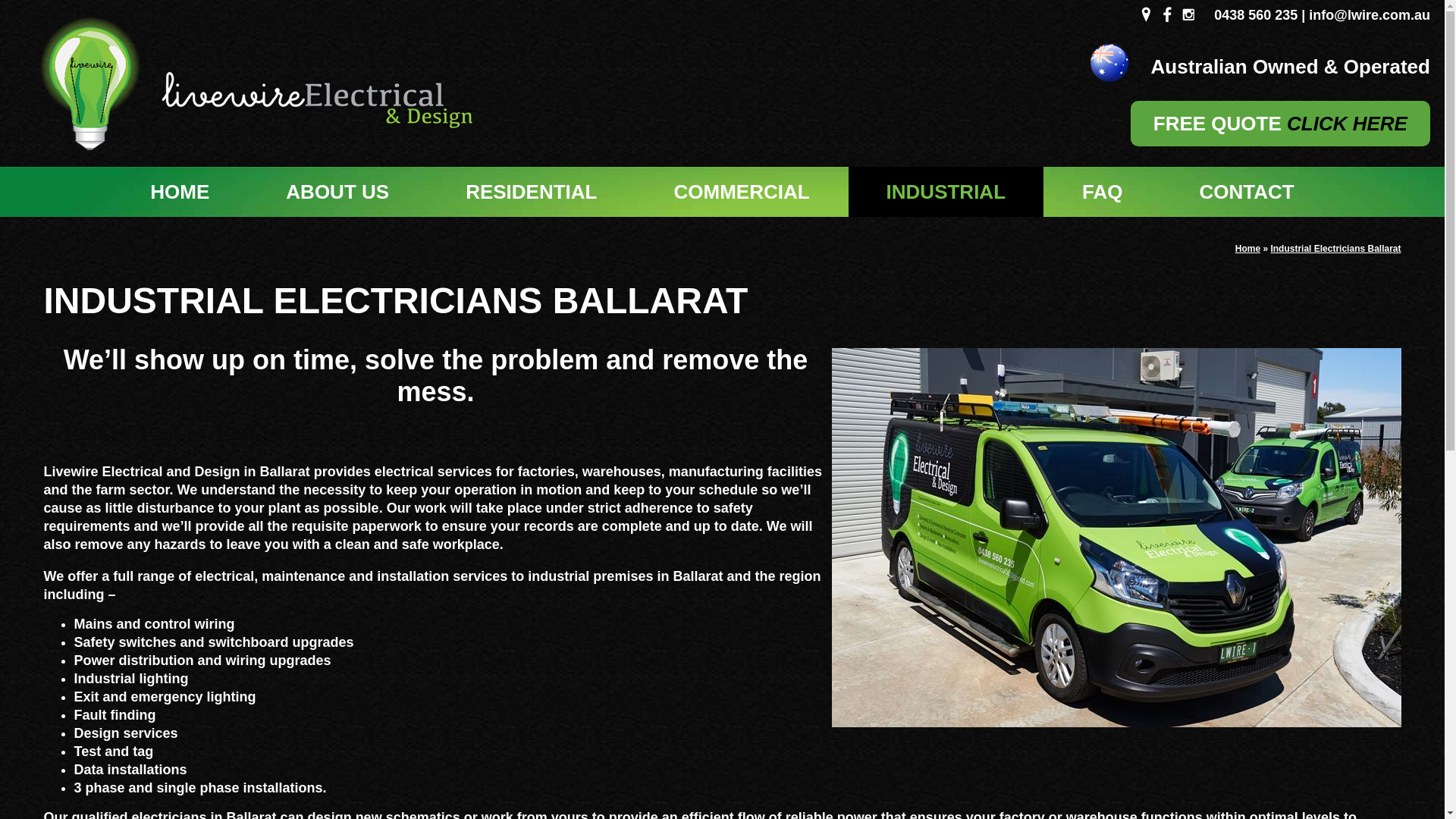 This screenshot has width=1456, height=819. What do you see at coordinates (1166, 14) in the screenshot?
I see `'Follow us on Facebook'` at bounding box center [1166, 14].